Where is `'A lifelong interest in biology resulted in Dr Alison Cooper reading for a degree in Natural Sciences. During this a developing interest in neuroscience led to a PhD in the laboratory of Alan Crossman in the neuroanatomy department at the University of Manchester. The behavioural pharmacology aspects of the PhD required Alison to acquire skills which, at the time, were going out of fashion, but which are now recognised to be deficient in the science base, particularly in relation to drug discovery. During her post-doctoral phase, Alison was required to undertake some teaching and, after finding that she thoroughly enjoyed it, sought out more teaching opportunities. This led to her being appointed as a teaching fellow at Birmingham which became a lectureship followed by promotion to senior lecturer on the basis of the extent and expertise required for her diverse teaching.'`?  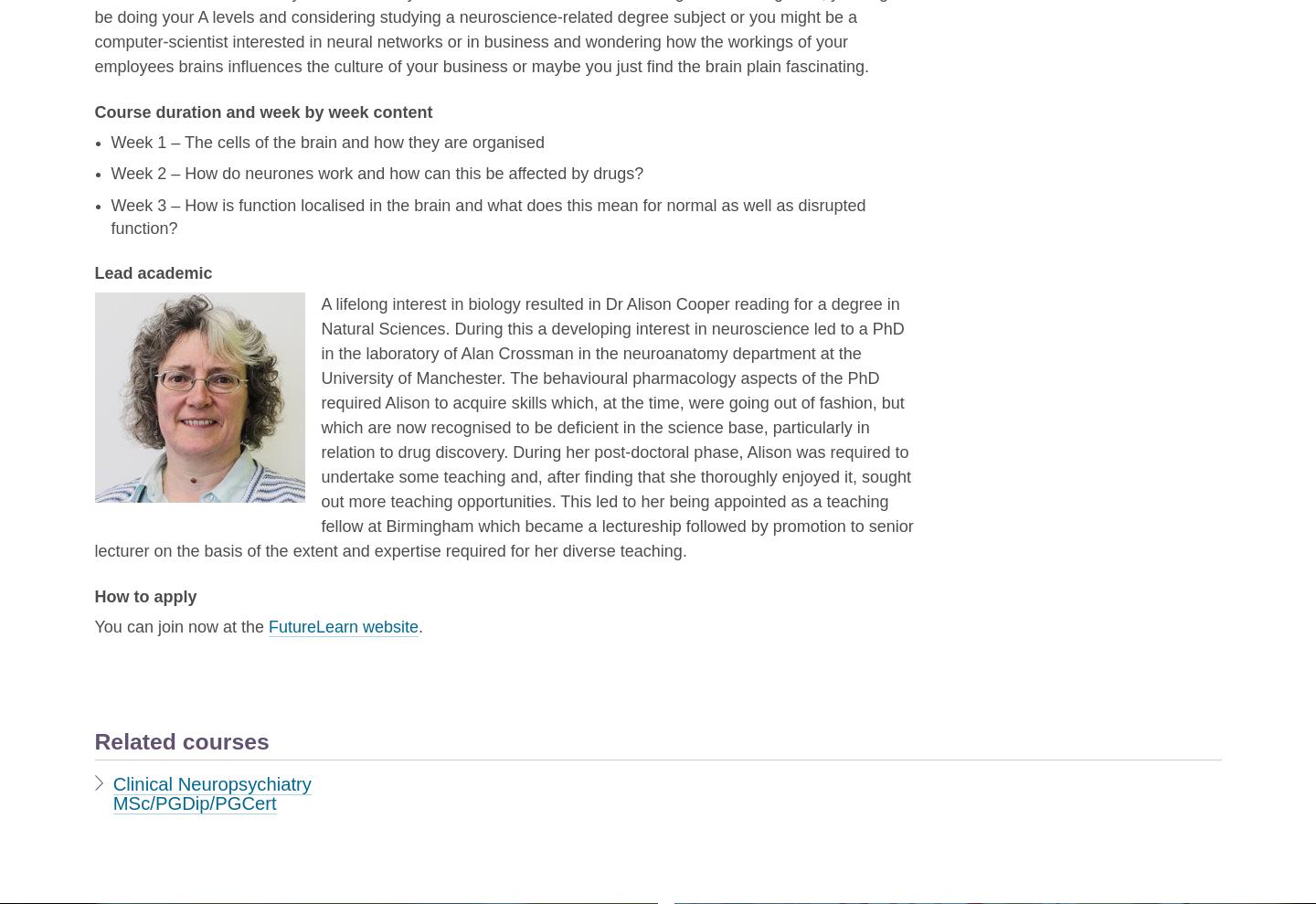 'A lifelong interest in biology resulted in Dr Alison Cooper reading for a degree in Natural Sciences. During this a developing interest in neuroscience led to a PhD in the laboratory of Alan Crossman in the neuroanatomy department at the University of Manchester. The behavioural pharmacology aspects of the PhD required Alison to acquire skills which, at the time, were going out of fashion, but which are now recognised to be deficient in the science base, particularly in relation to drug discovery. During her post-doctoral phase, Alison was required to undertake some teaching and, after finding that she thoroughly enjoyed it, sought out more teaching opportunities. This led to her being appointed as a teaching fellow at Birmingham which became a lectureship followed by promotion to senior lecturer on the basis of the extent and expertise required for her diverse teaching.' is located at coordinates (503, 426).